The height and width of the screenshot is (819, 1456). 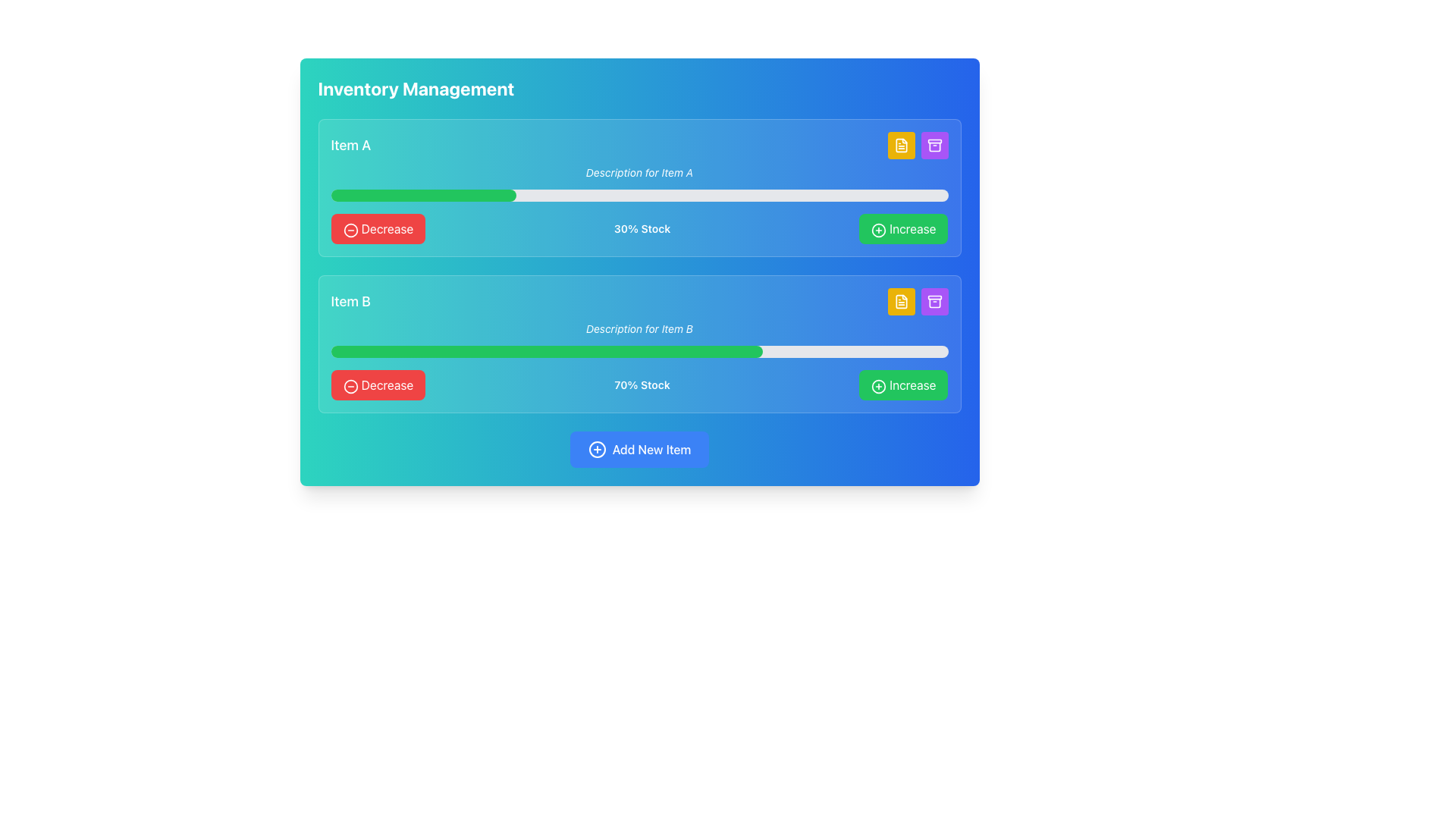 What do you see at coordinates (642, 228) in the screenshot?
I see `the text label displaying '30% Stock' which is centrally aligned above the progress bar in the 'Item A' section, positioned between the 'Decrease' and 'Increase' buttons` at bounding box center [642, 228].